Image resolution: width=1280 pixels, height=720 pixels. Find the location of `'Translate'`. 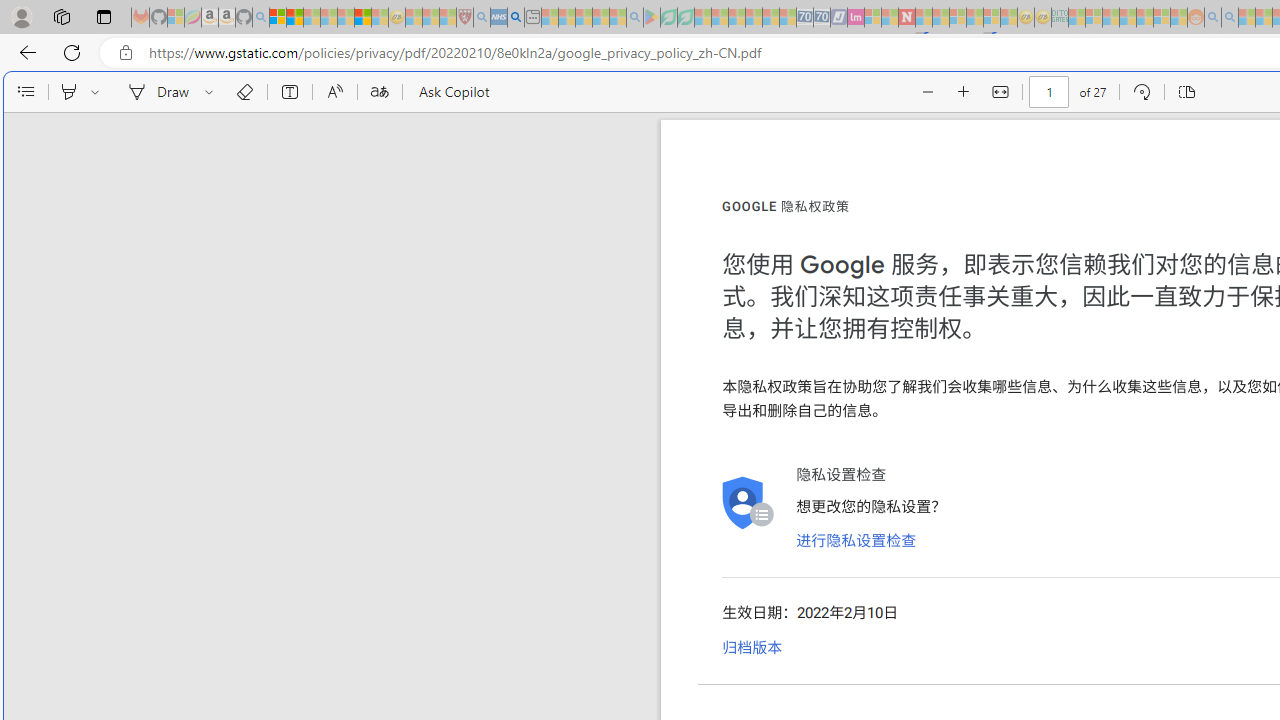

'Translate' is located at coordinates (379, 92).